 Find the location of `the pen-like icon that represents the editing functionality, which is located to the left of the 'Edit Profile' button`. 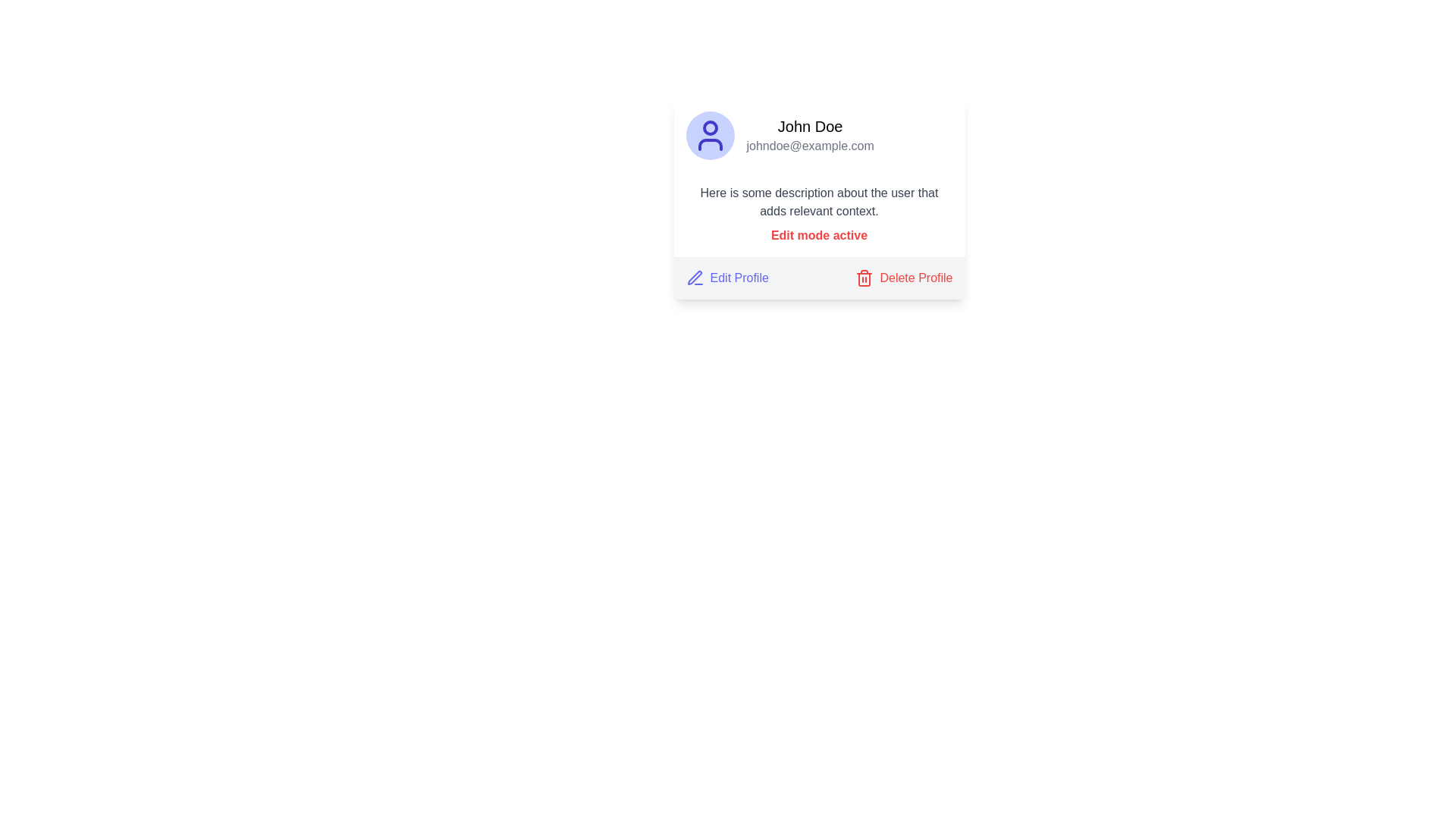

the pen-like icon that represents the editing functionality, which is located to the left of the 'Edit Profile' button is located at coordinates (694, 278).